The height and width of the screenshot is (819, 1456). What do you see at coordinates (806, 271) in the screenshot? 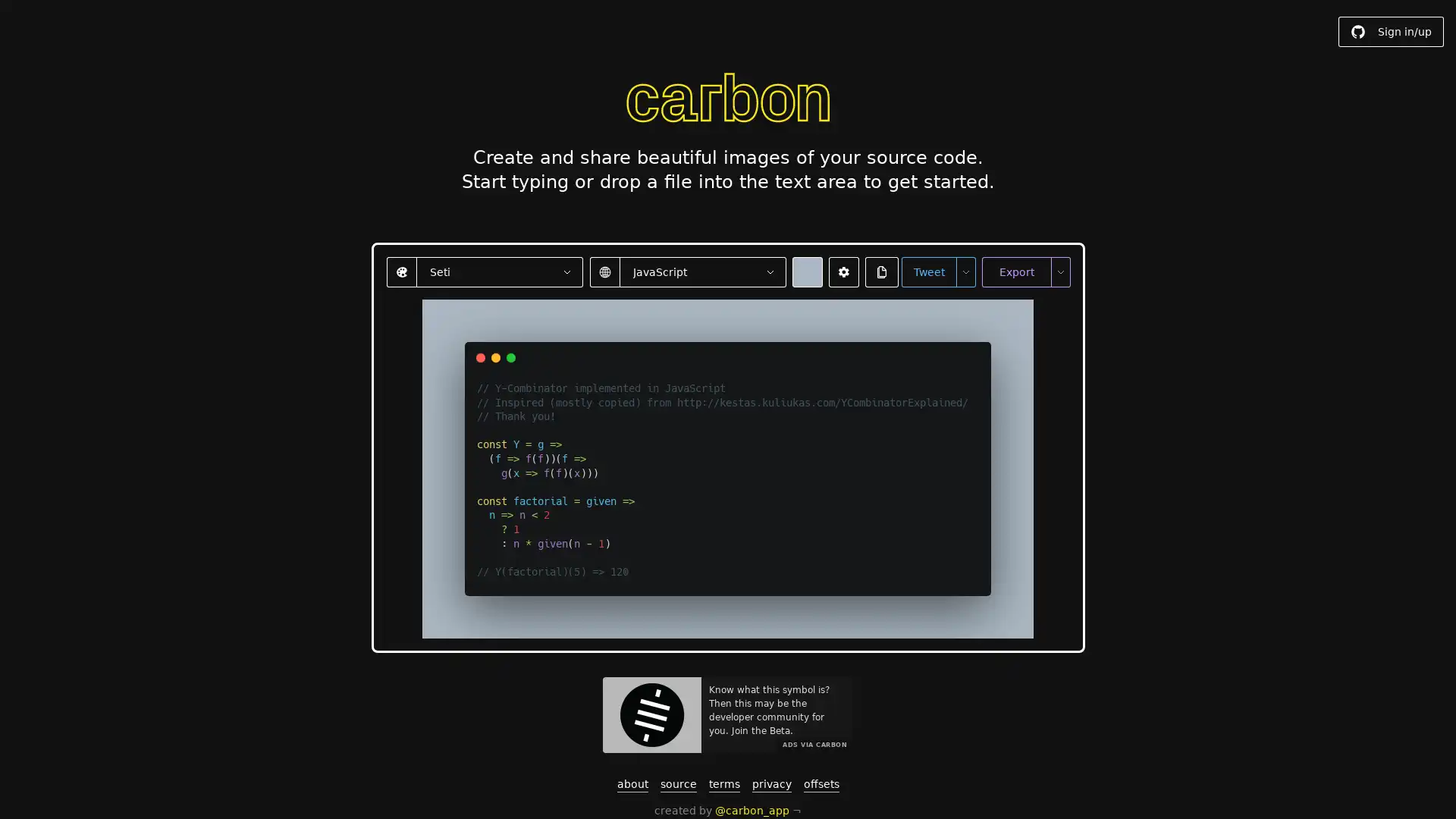
I see `Background Menu` at bounding box center [806, 271].